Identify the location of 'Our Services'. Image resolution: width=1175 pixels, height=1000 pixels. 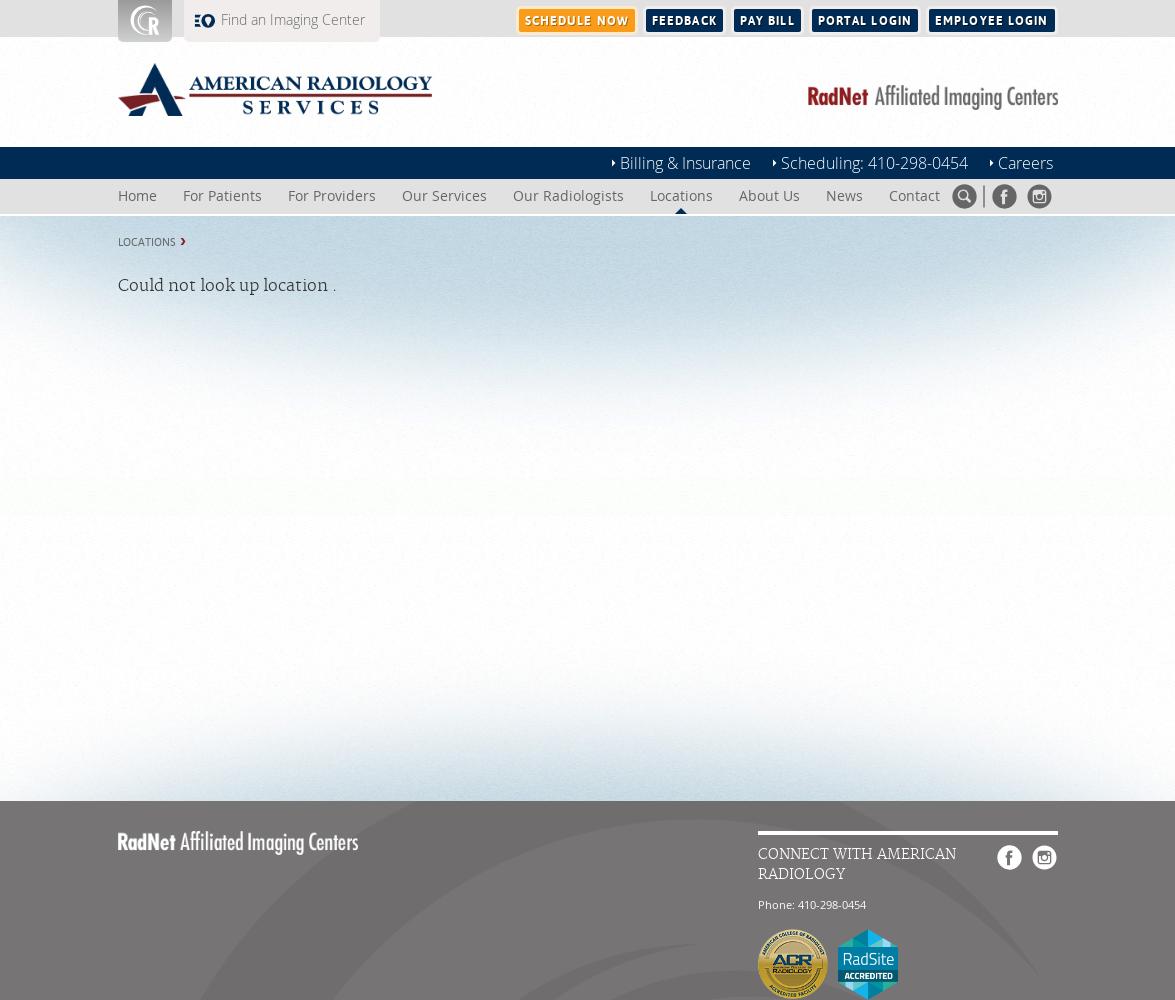
(443, 195).